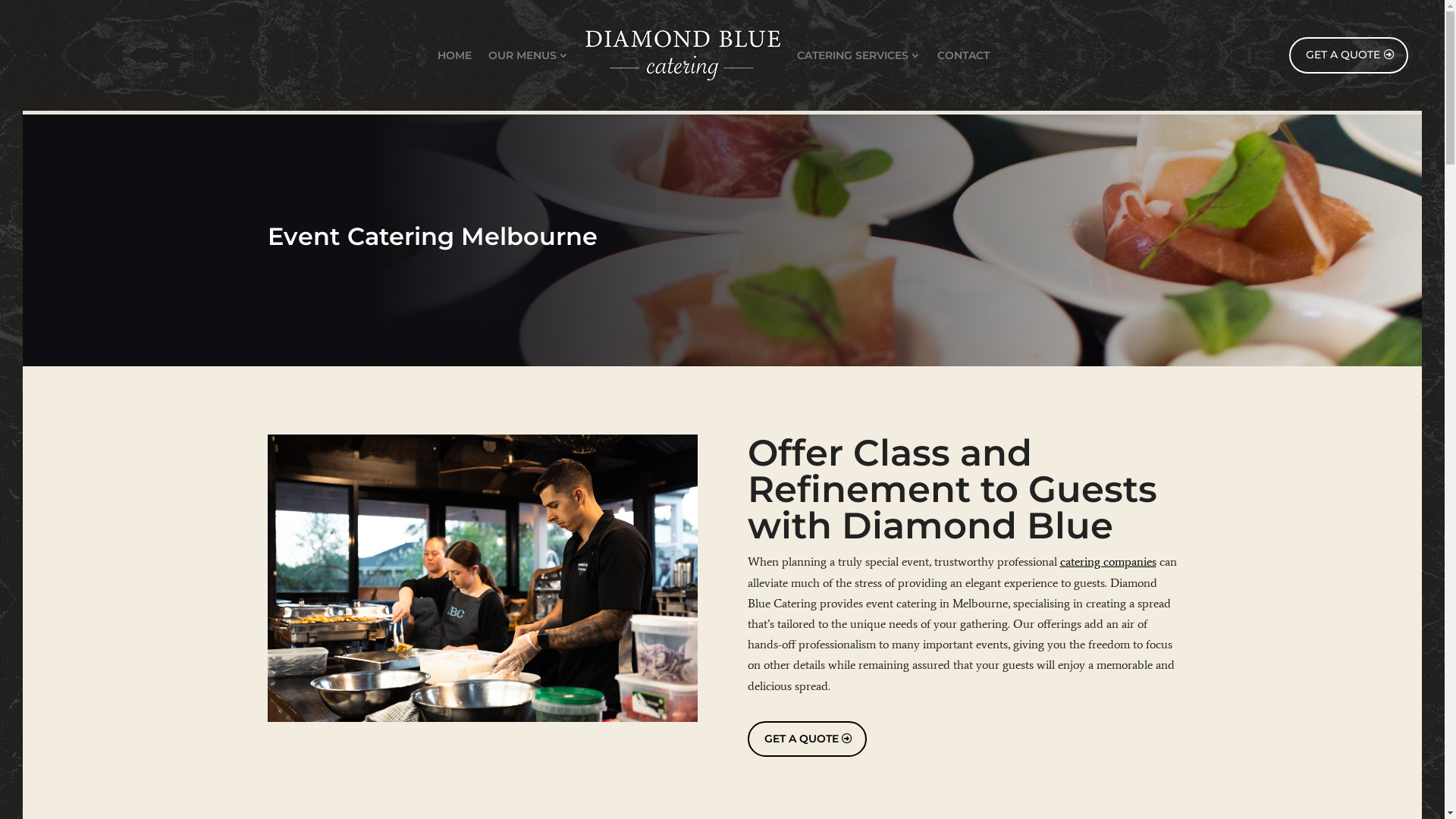 Image resolution: width=1456 pixels, height=819 pixels. I want to click on 'catering companies', so click(1108, 561).